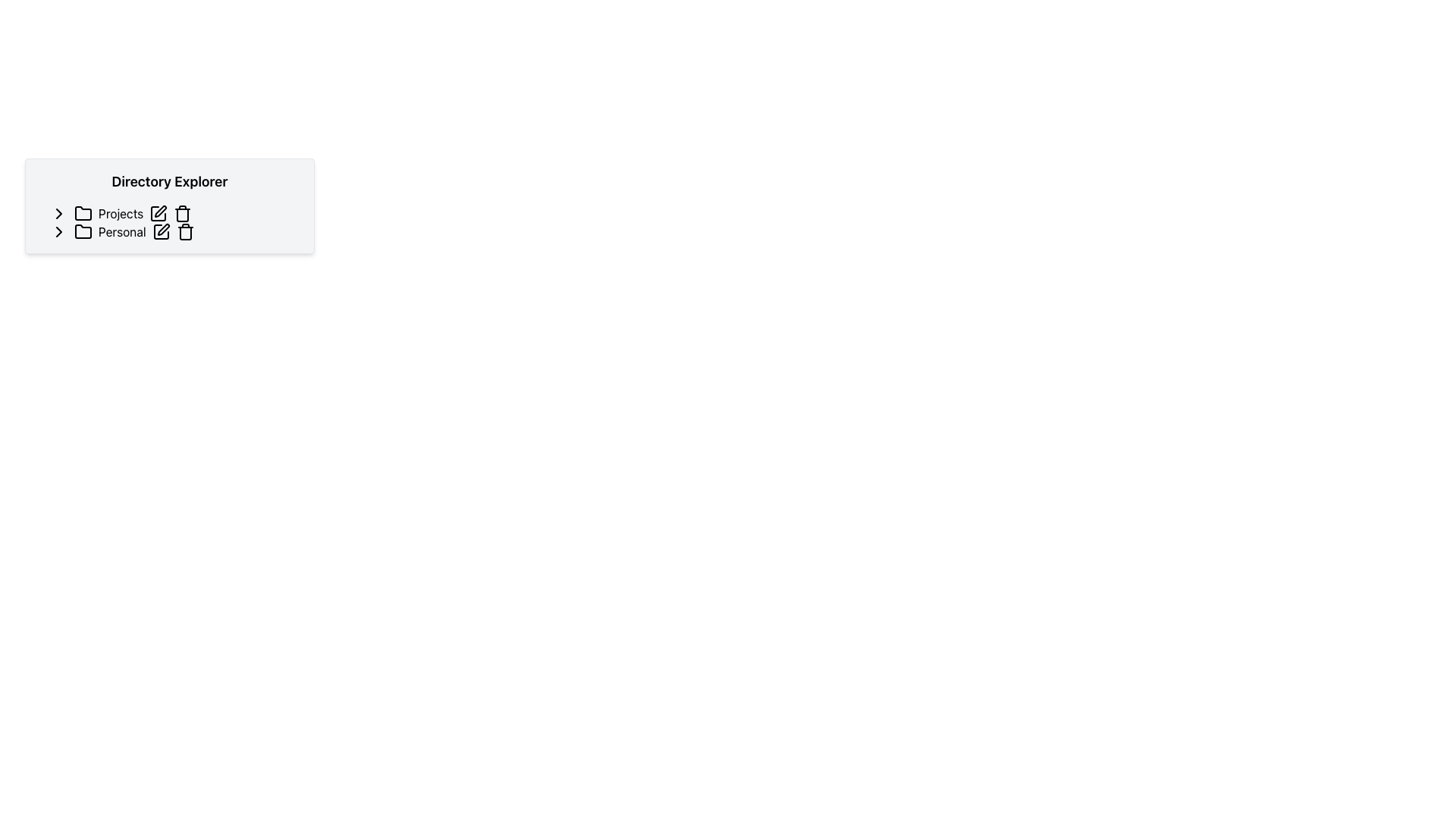  What do you see at coordinates (120, 213) in the screenshot?
I see `the static text label displaying 'Projects', which is located between a folder icon and an edit icon in a directory explorer interface` at bounding box center [120, 213].